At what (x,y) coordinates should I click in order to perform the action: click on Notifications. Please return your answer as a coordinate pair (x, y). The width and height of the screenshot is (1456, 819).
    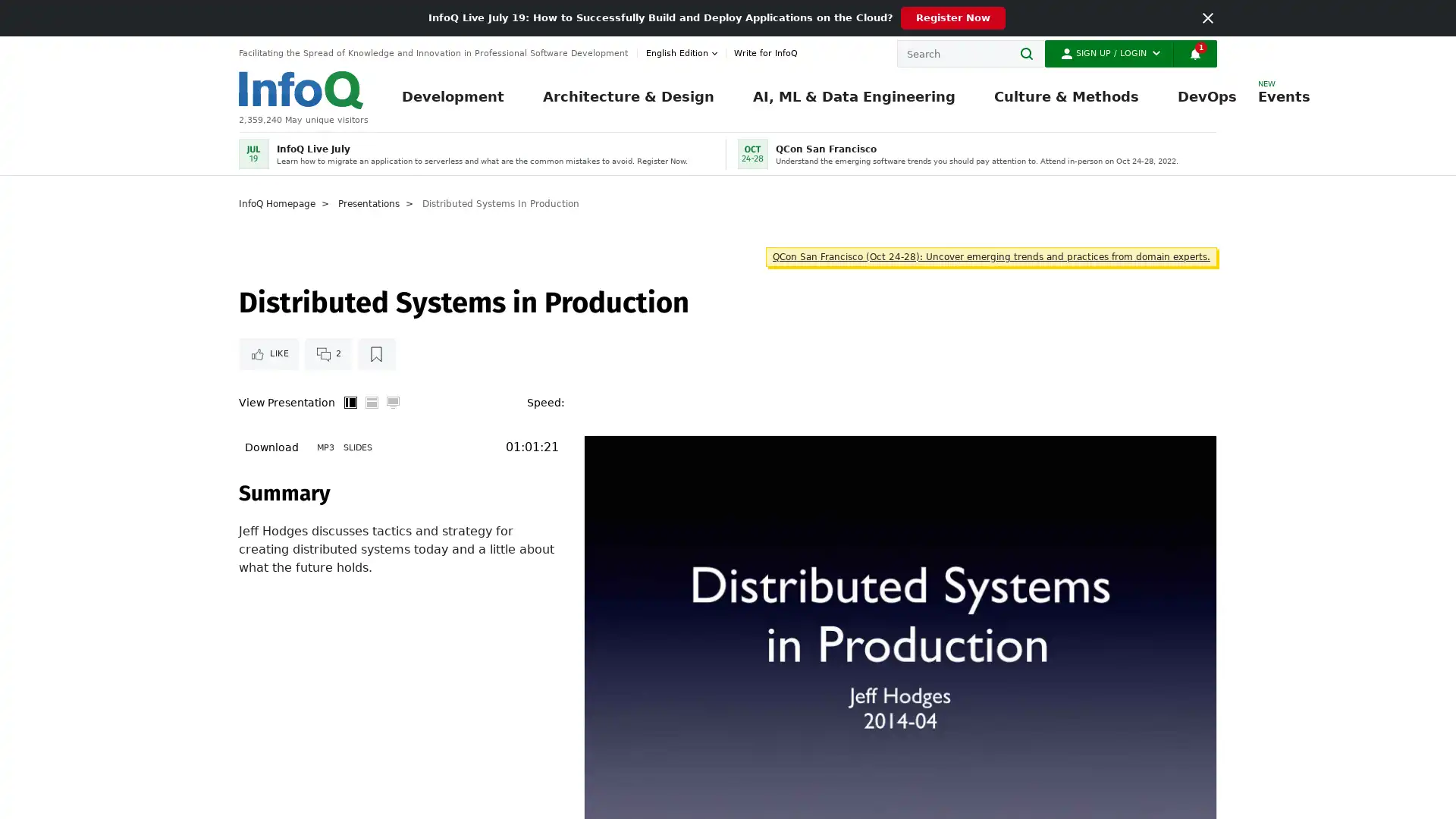
    Looking at the image, I should click on (1194, 52).